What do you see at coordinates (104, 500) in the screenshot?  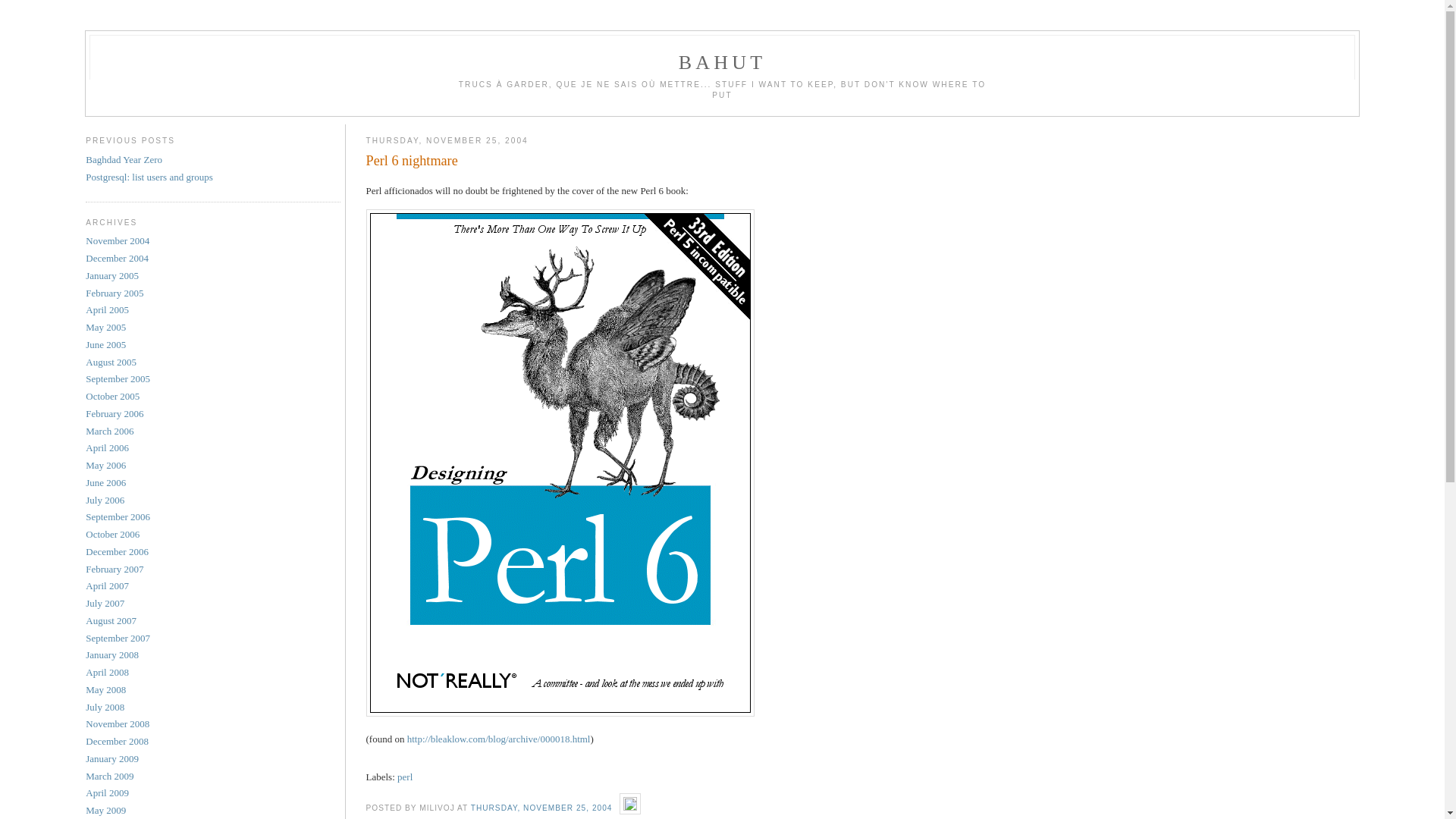 I see `'July 2006'` at bounding box center [104, 500].